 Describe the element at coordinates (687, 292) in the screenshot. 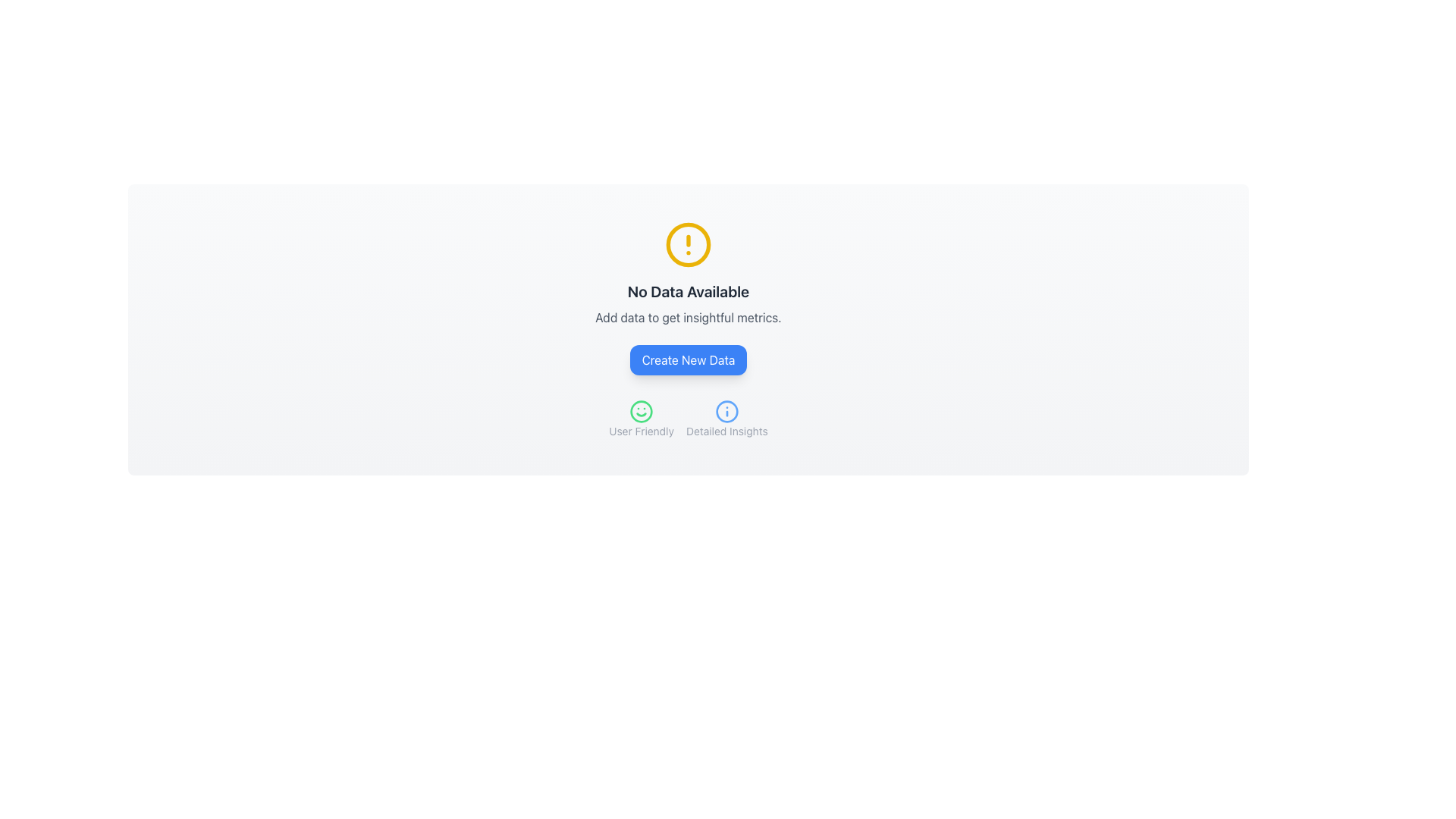

I see `the Text Display Element that informs users about the absence of data, located above the text 'Add data to get insightful metrics.'` at that location.